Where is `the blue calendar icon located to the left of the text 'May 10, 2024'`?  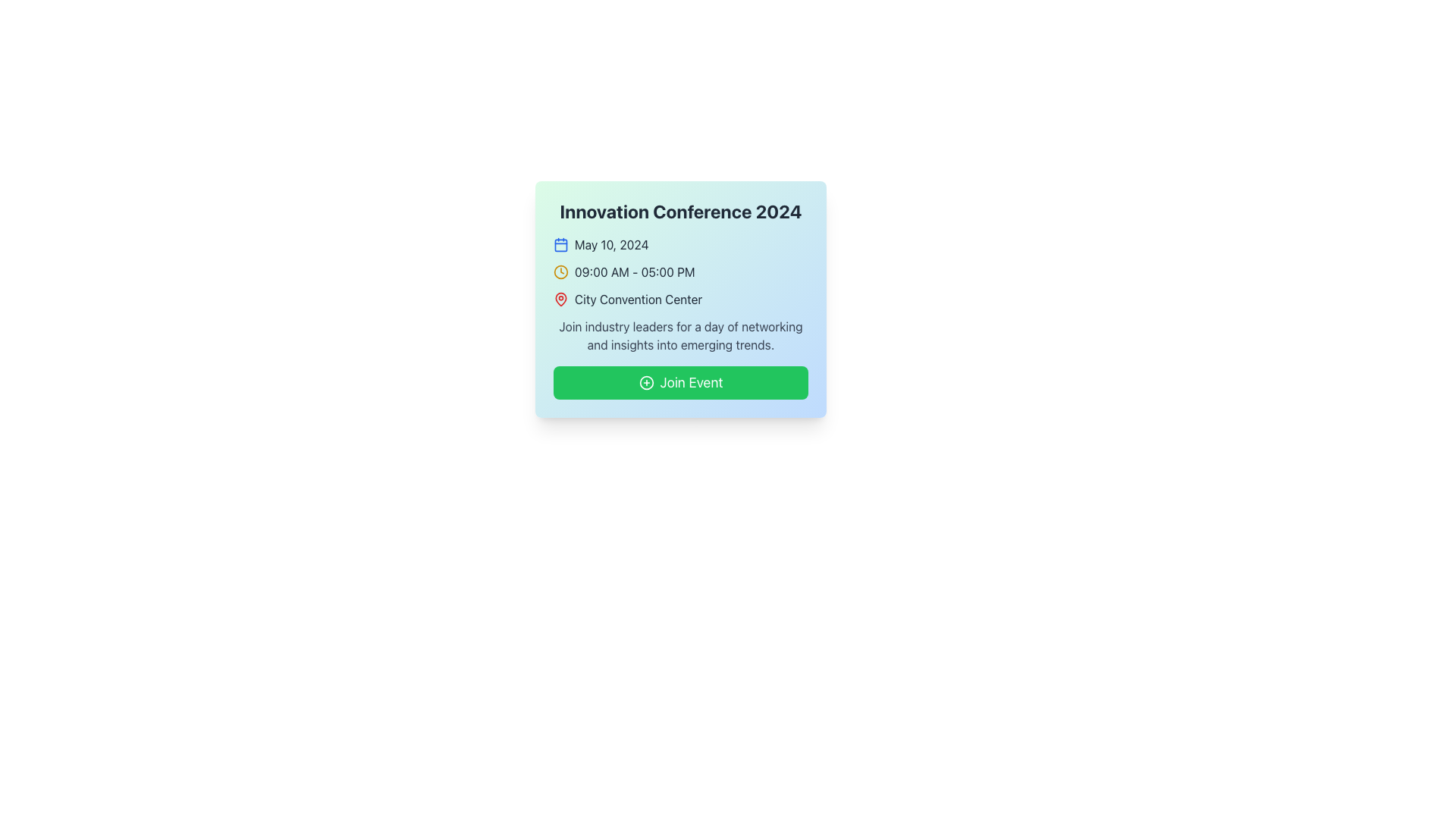
the blue calendar icon located to the left of the text 'May 10, 2024' is located at coordinates (560, 244).